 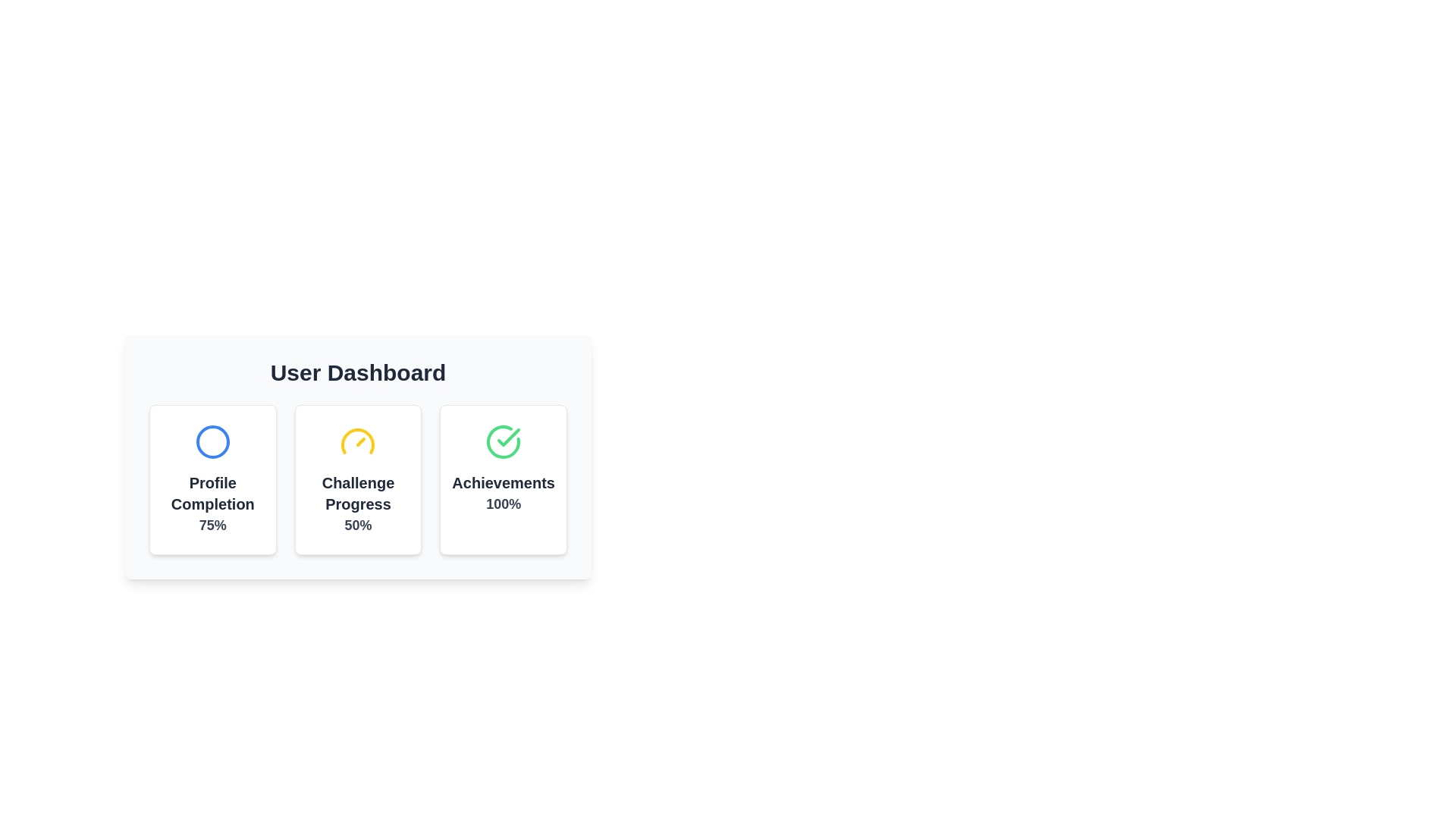 What do you see at coordinates (504, 441) in the screenshot?
I see `the completion status icon located at the top center of the 'Achievements' panel in the 'User Dashboard' interface, positioned above the text 'Achievements' and '100%'` at bounding box center [504, 441].